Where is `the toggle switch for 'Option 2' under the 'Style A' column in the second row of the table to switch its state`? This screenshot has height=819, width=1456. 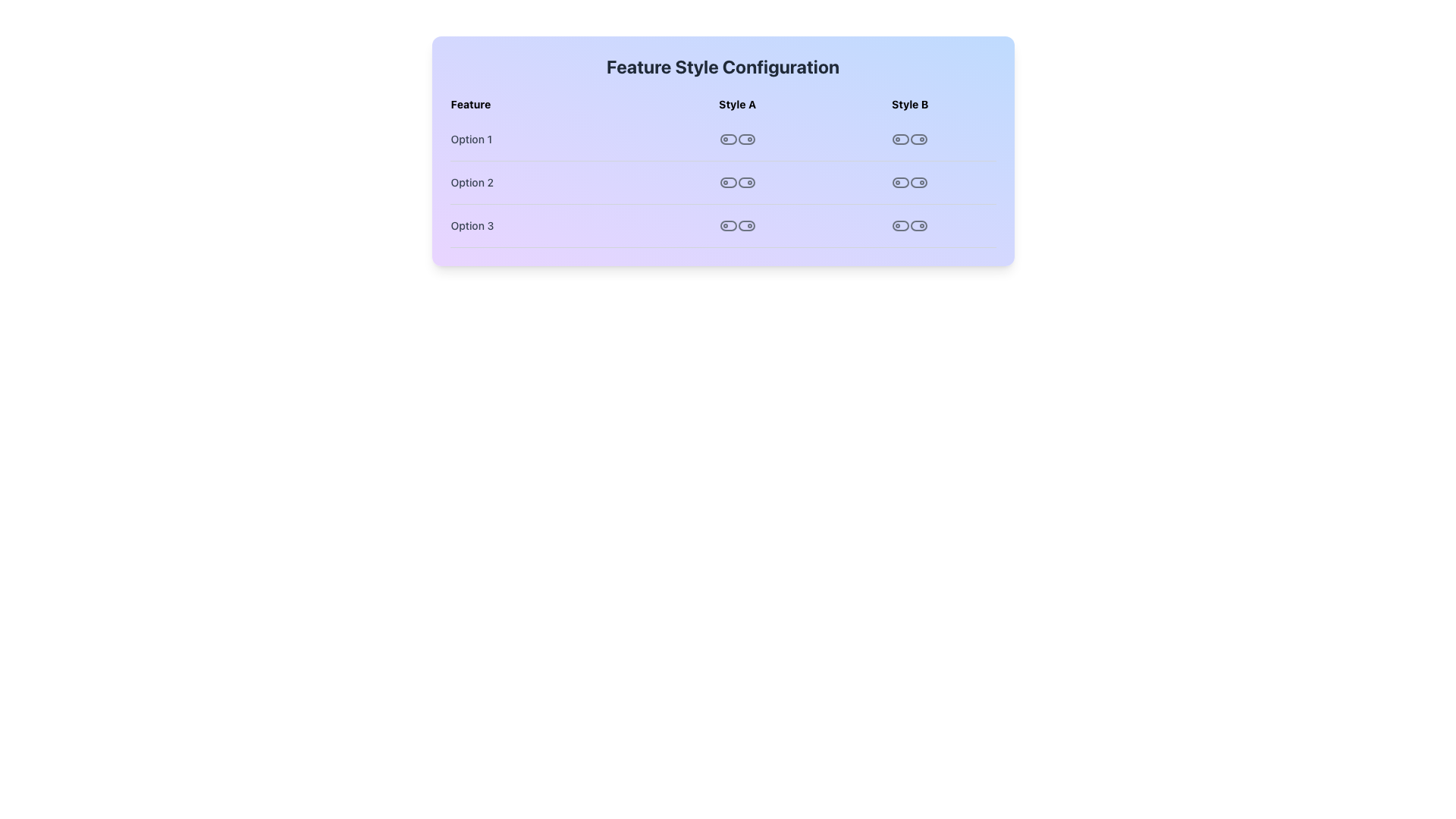 the toggle switch for 'Option 2' under the 'Style A' column in the second row of the table to switch its state is located at coordinates (722, 182).